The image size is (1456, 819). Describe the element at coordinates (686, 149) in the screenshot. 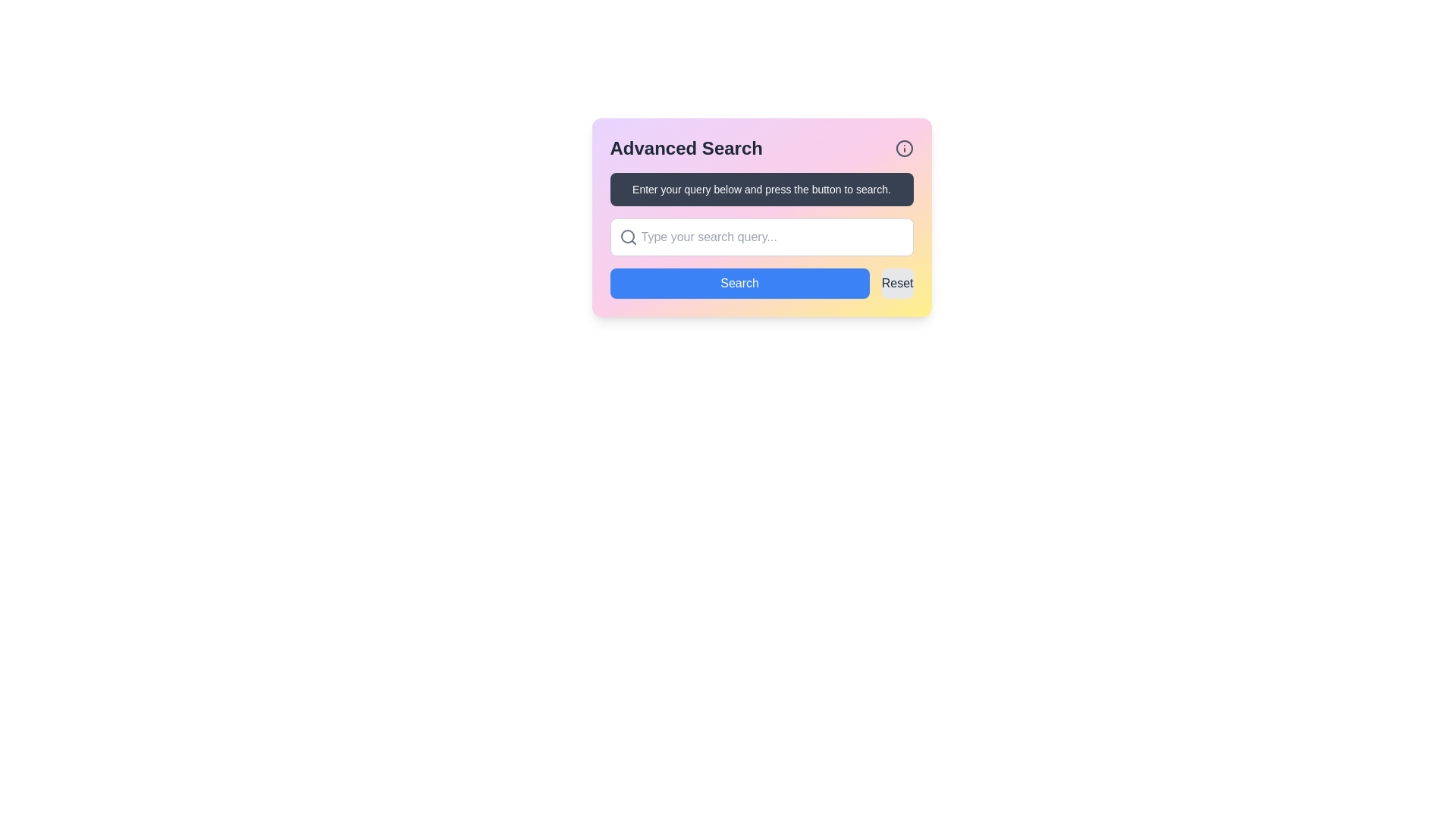

I see `the Text Label located at the left-center of the topmost section of the dialog box, which serves as a header or title for the section` at that location.